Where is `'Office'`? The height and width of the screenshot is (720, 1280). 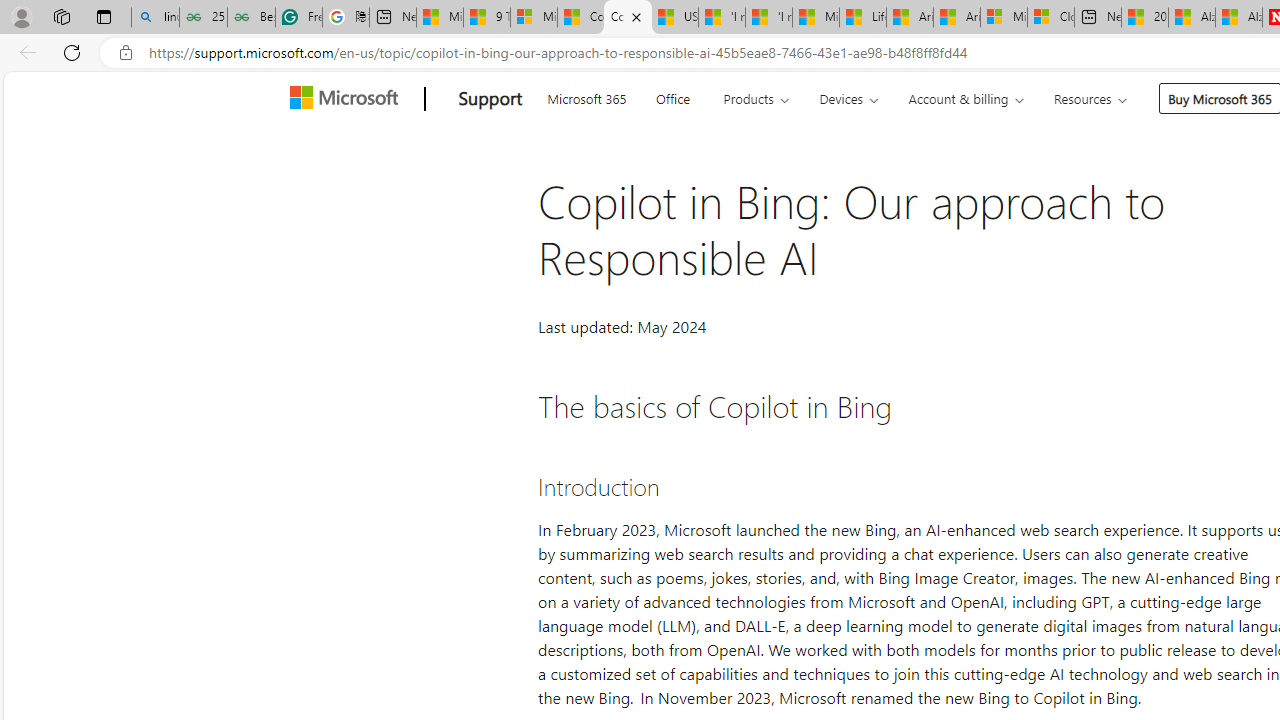 'Office' is located at coordinates (672, 96).